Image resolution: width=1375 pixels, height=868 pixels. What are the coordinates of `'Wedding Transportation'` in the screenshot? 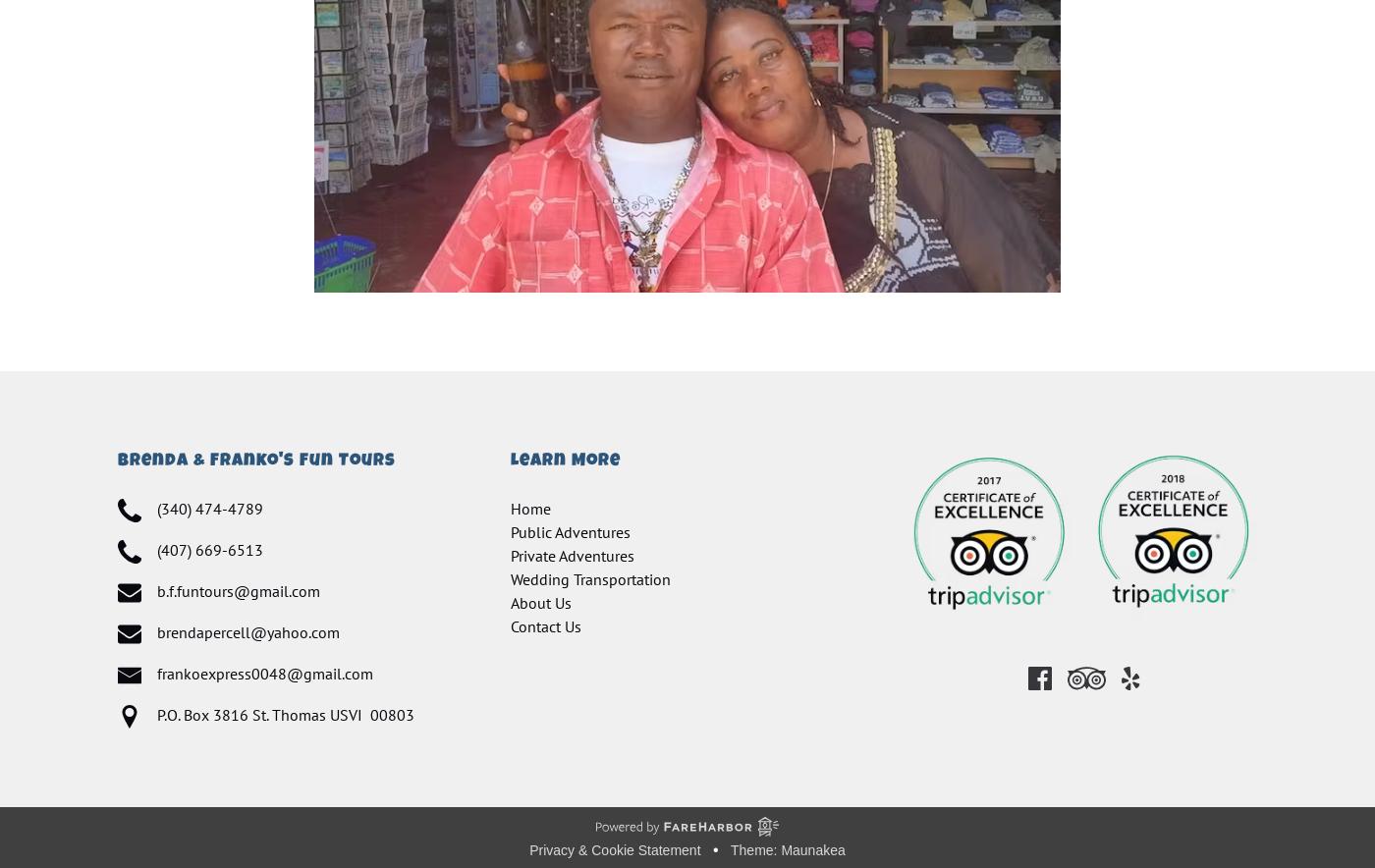 It's located at (590, 577).